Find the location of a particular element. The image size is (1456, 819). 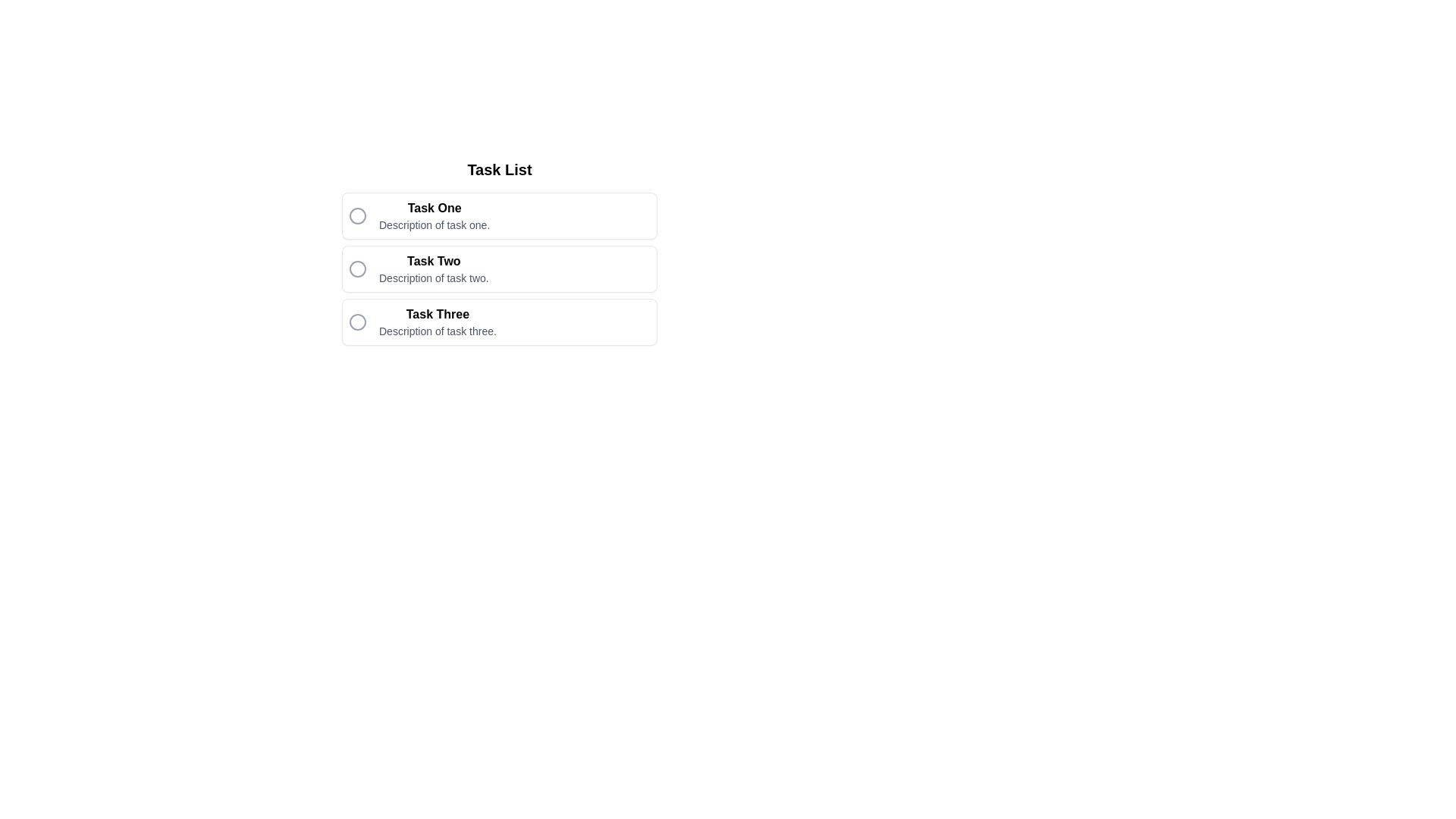

the text label that serves as the title for the first task in the task list, which is centered horizontally within its enclosing box is located at coordinates (434, 208).